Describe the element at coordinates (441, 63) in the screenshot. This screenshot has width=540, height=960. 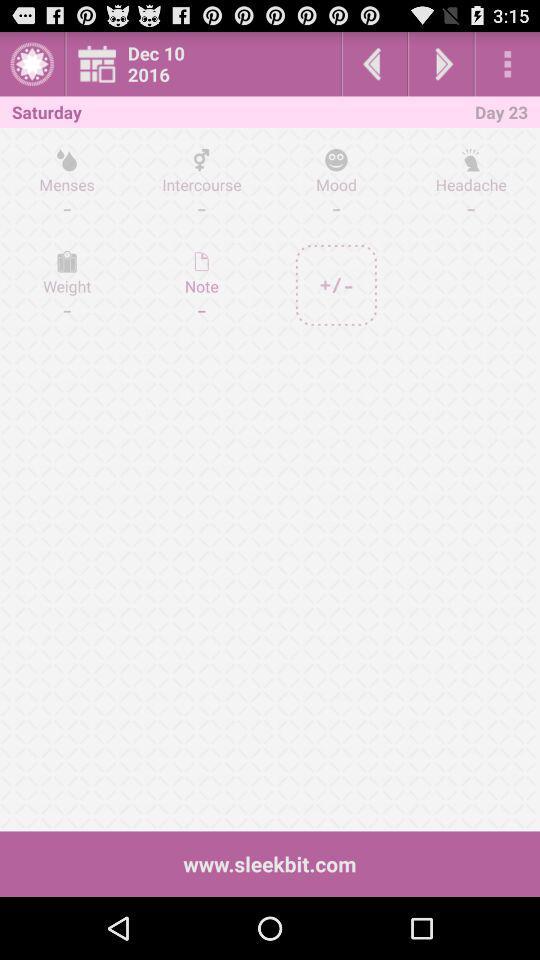
I see `next day` at that location.